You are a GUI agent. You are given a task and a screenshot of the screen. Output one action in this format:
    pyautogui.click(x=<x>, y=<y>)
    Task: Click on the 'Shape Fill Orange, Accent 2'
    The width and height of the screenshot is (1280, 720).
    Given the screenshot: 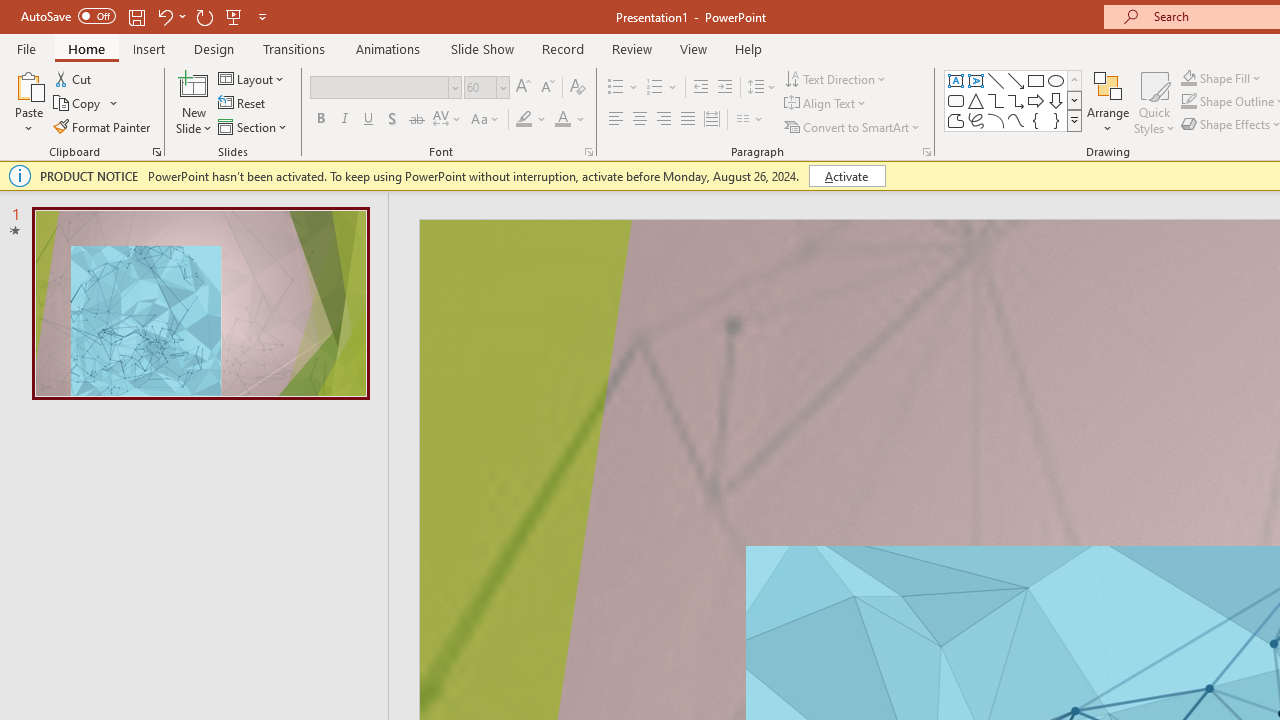 What is the action you would take?
    pyautogui.click(x=1189, y=77)
    